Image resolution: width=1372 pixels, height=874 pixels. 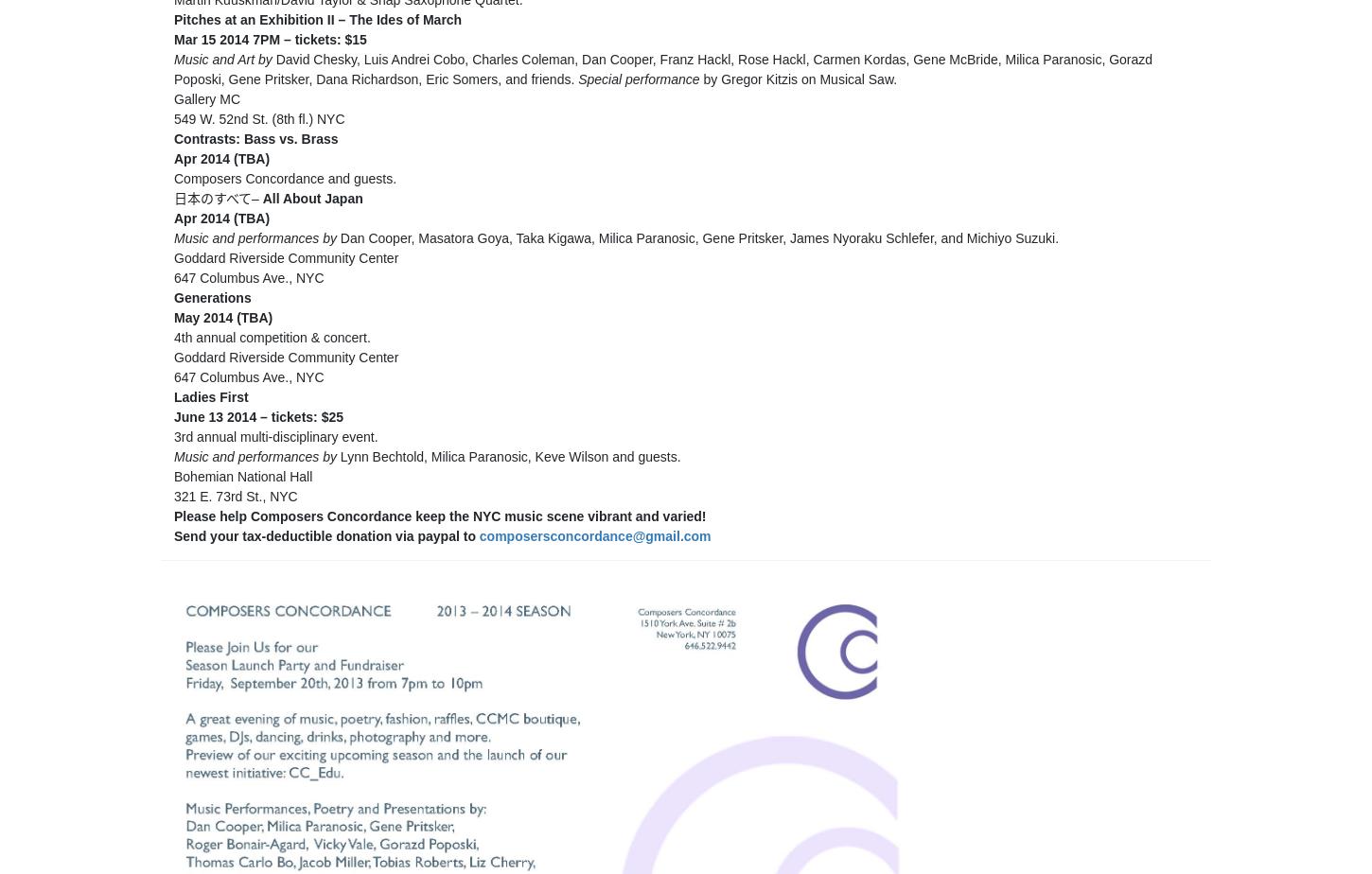 What do you see at coordinates (317, 19) in the screenshot?
I see `'Pitches at an Exhibition II – The Ides of March'` at bounding box center [317, 19].